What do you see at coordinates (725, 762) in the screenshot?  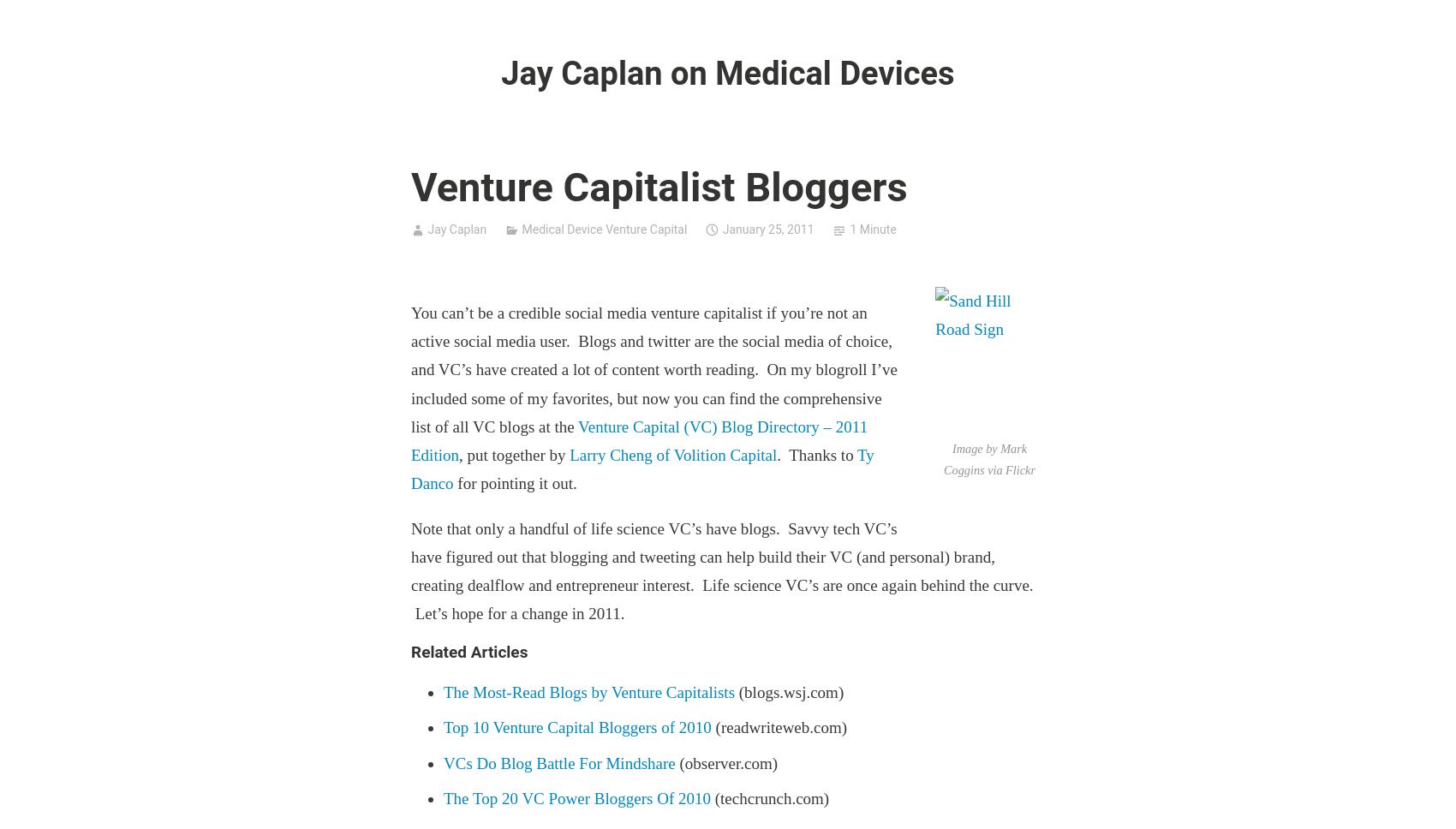 I see `'(observer.com)'` at bounding box center [725, 762].